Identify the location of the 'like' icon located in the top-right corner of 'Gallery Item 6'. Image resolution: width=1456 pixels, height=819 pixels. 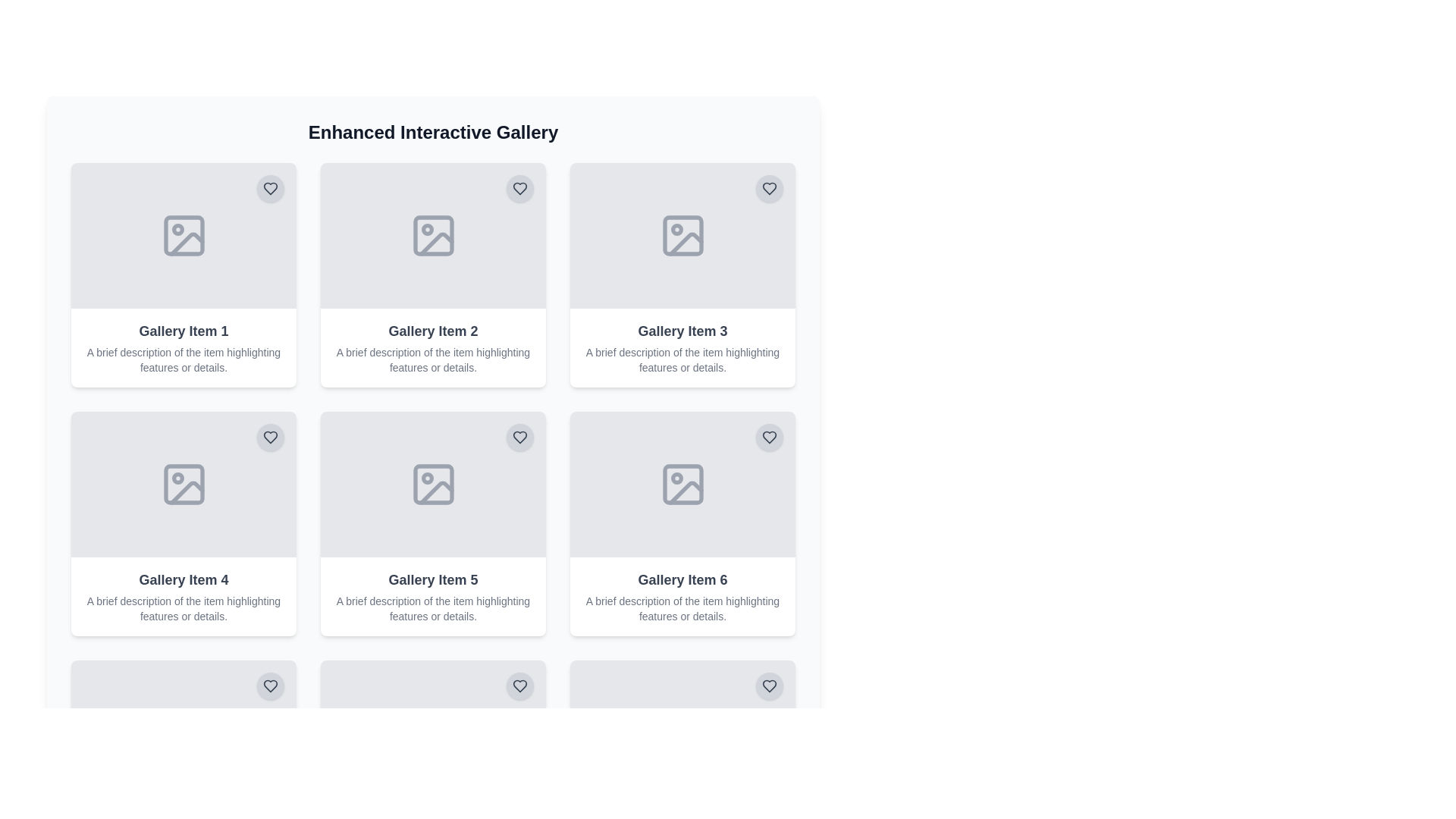
(520, 686).